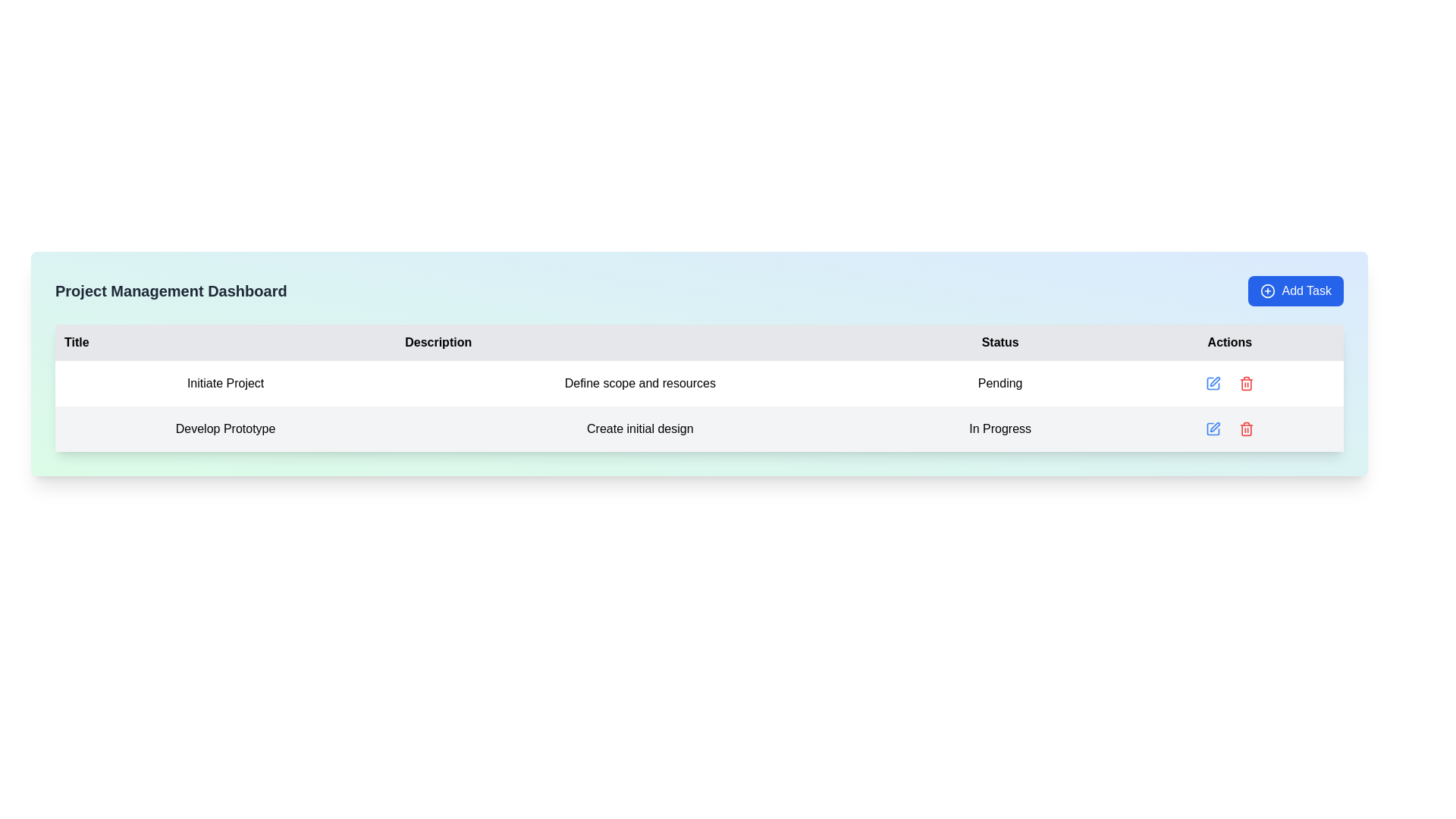  I want to click on the red trash can icon button representing the delete action in the second row of the Actions column, so click(1246, 429).